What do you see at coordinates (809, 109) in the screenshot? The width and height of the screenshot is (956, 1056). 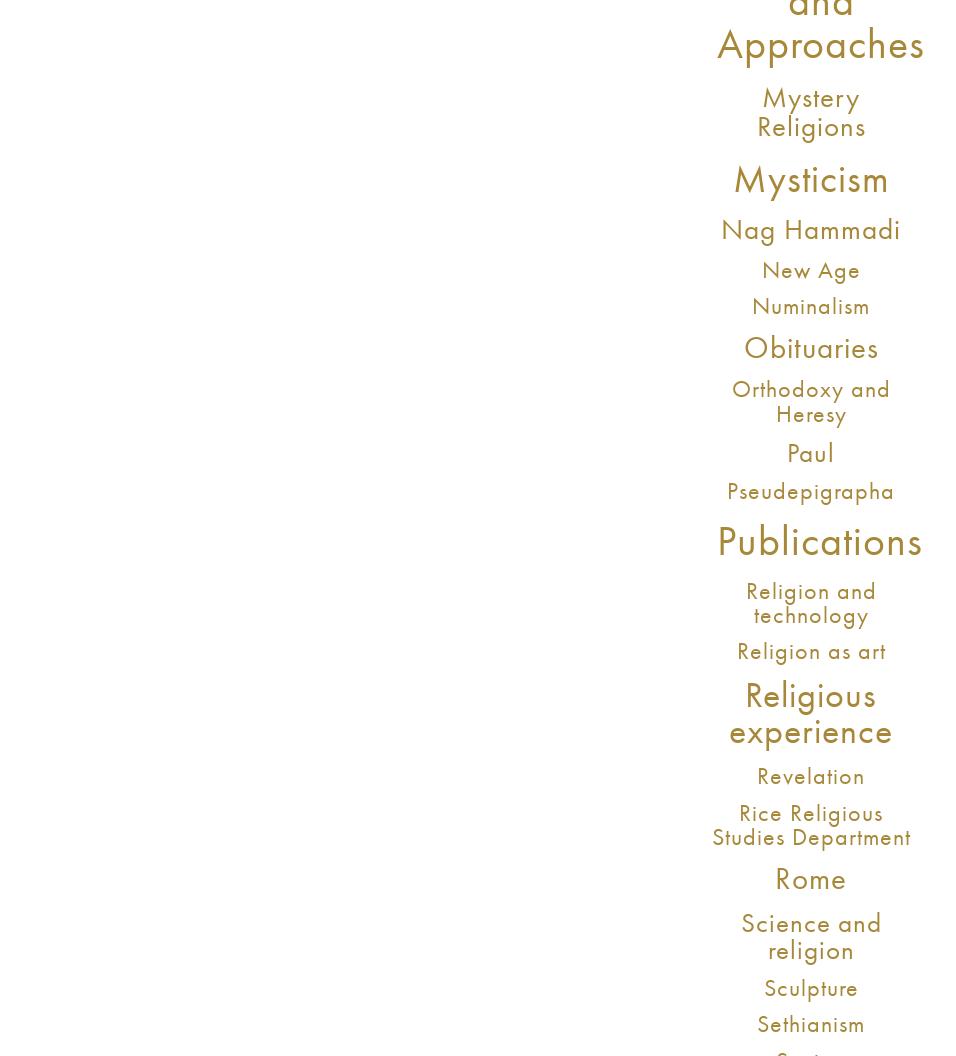 I see `'Mystery Religions'` at bounding box center [809, 109].